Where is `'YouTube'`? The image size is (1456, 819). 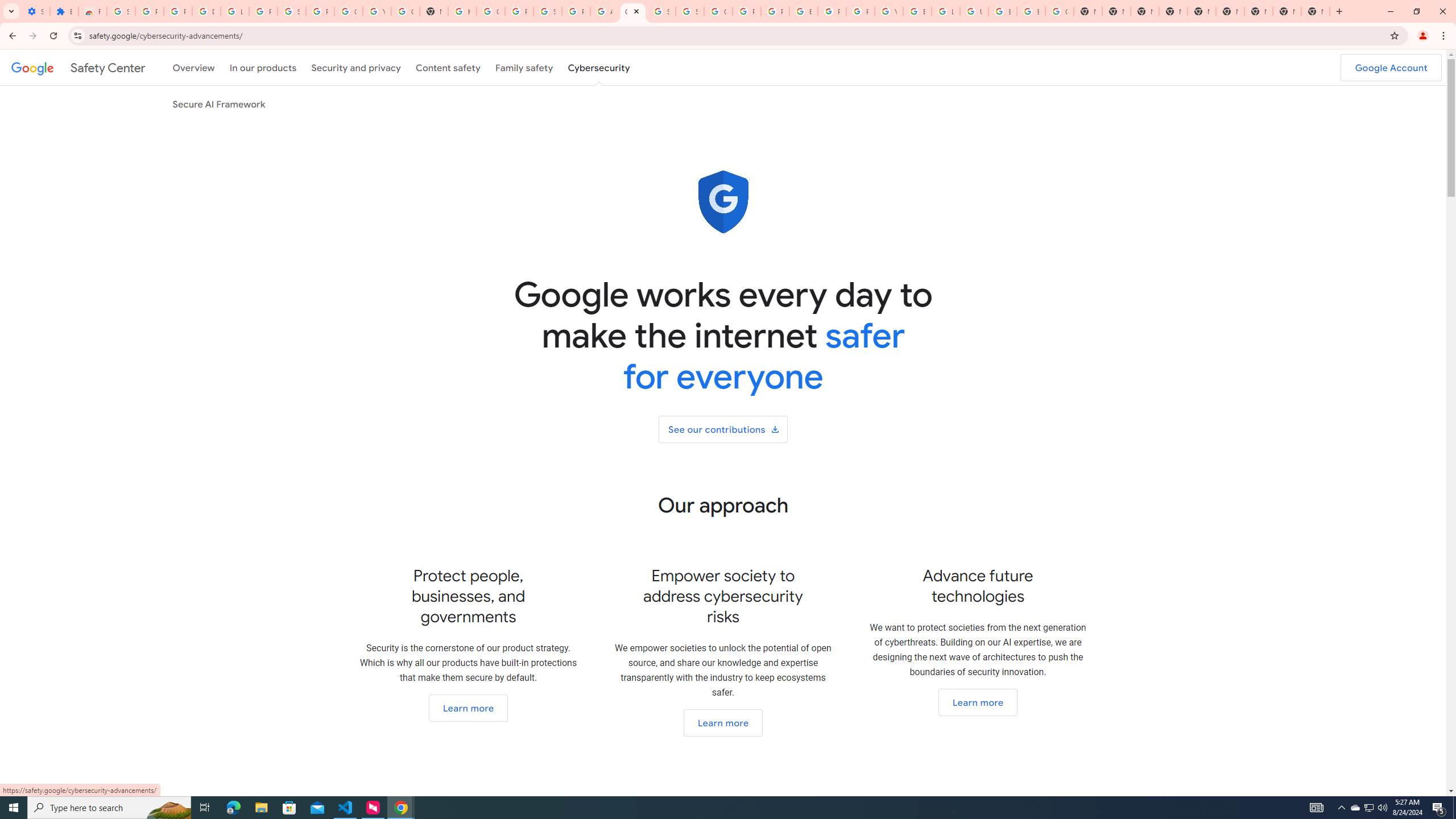 'YouTube' is located at coordinates (888, 11).